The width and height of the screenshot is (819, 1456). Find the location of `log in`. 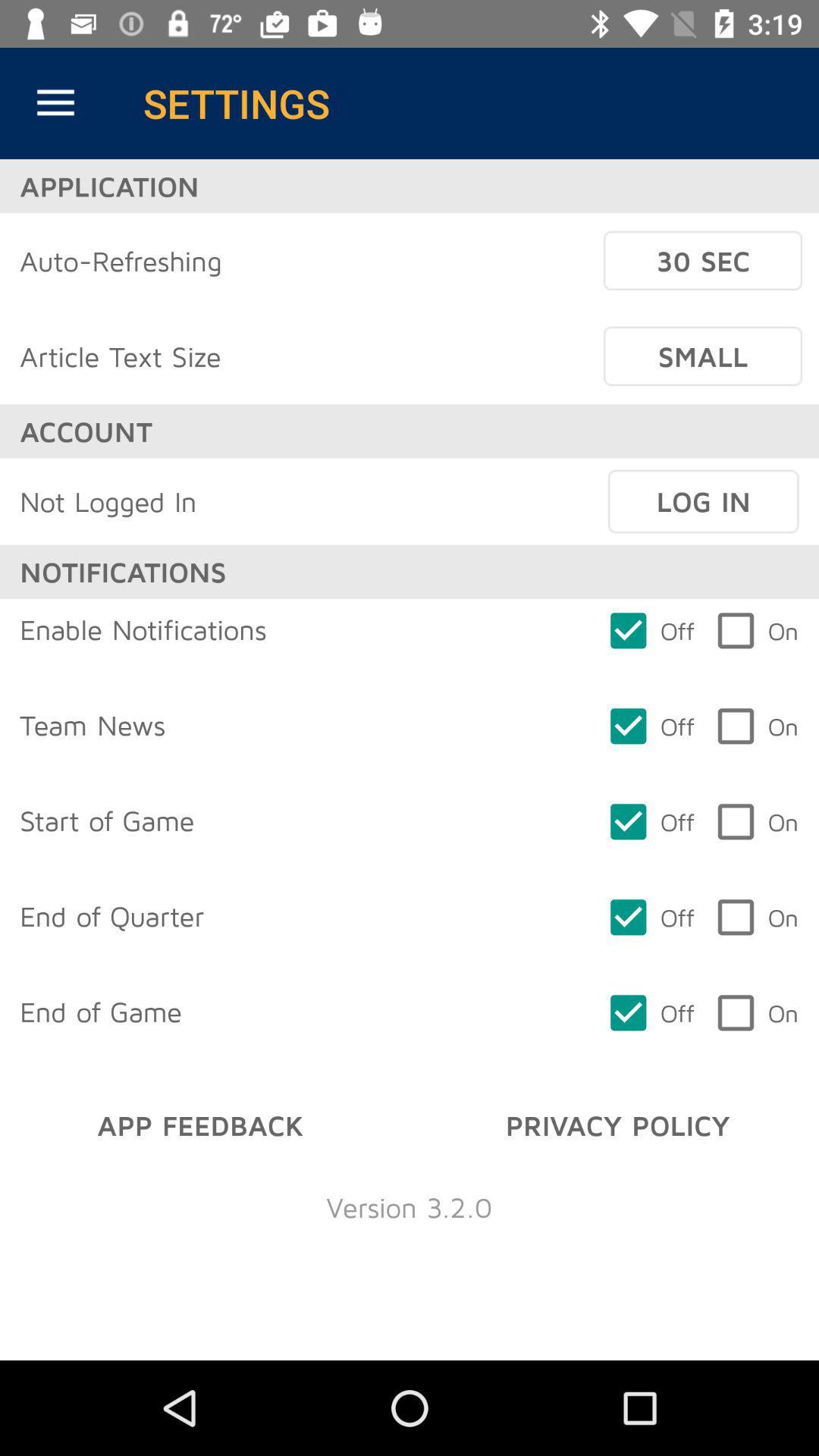

log in is located at coordinates (703, 501).